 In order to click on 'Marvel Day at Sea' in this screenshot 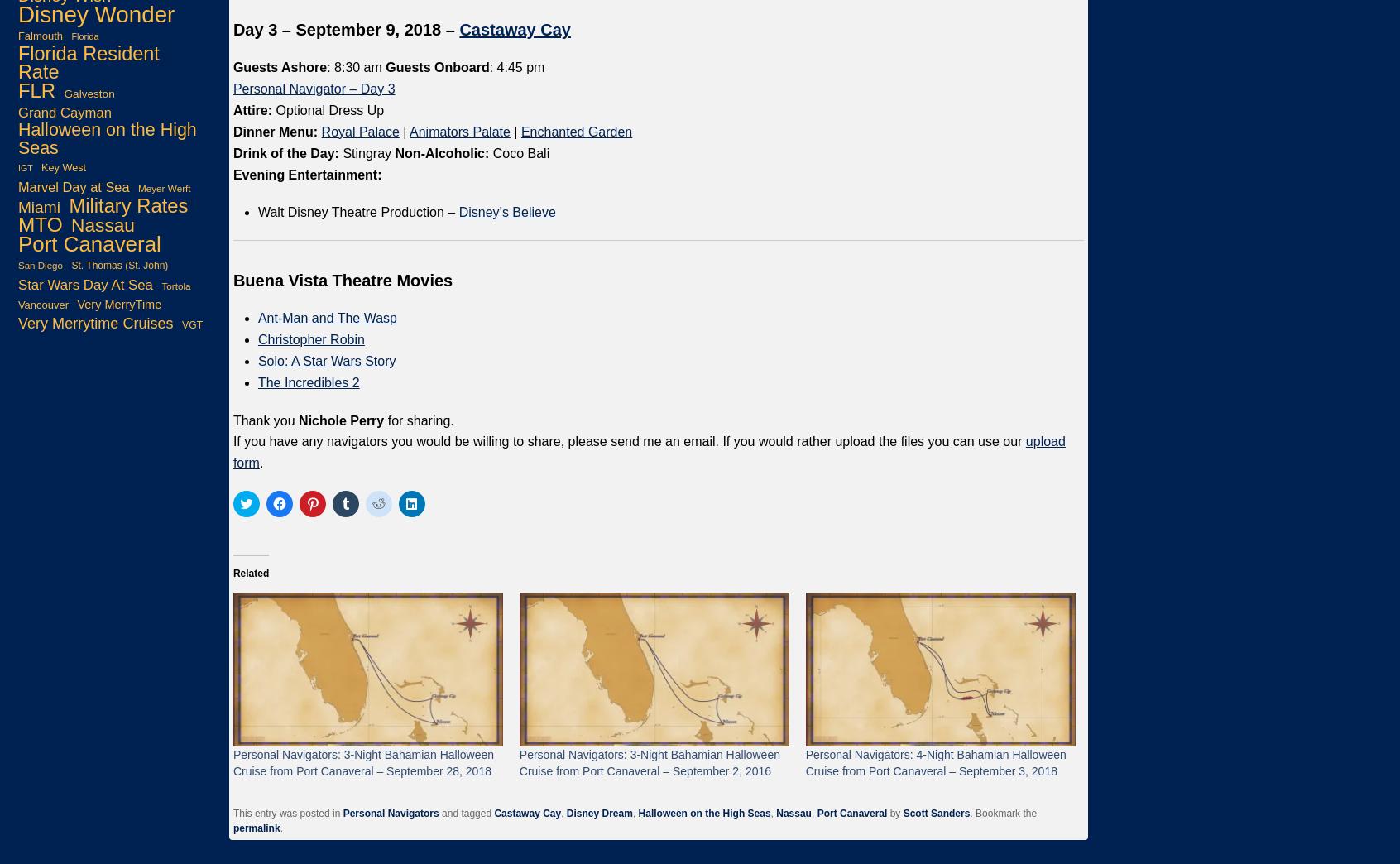, I will do `click(73, 185)`.